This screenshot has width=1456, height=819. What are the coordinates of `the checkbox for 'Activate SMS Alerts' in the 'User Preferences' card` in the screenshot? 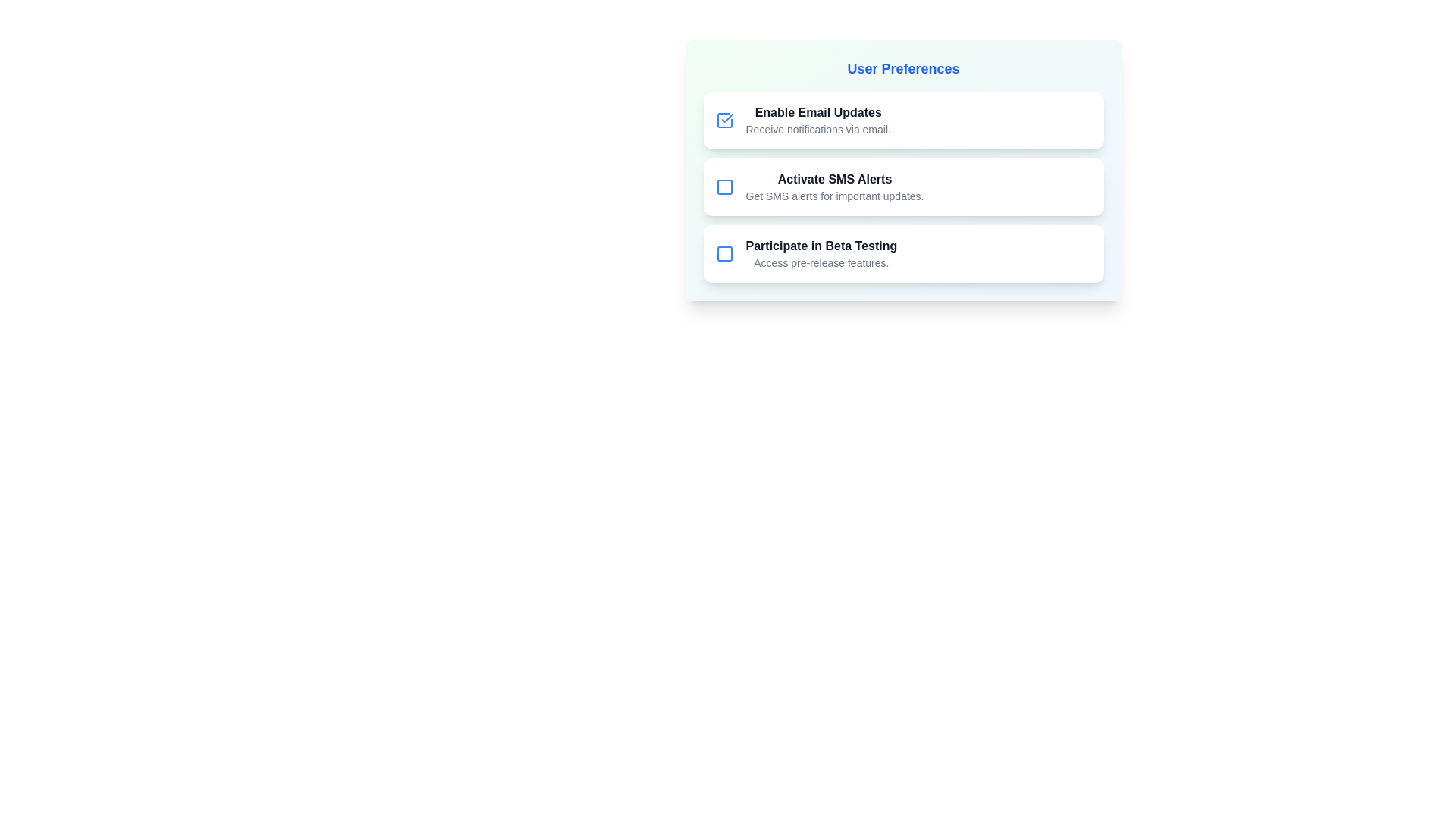 It's located at (903, 186).